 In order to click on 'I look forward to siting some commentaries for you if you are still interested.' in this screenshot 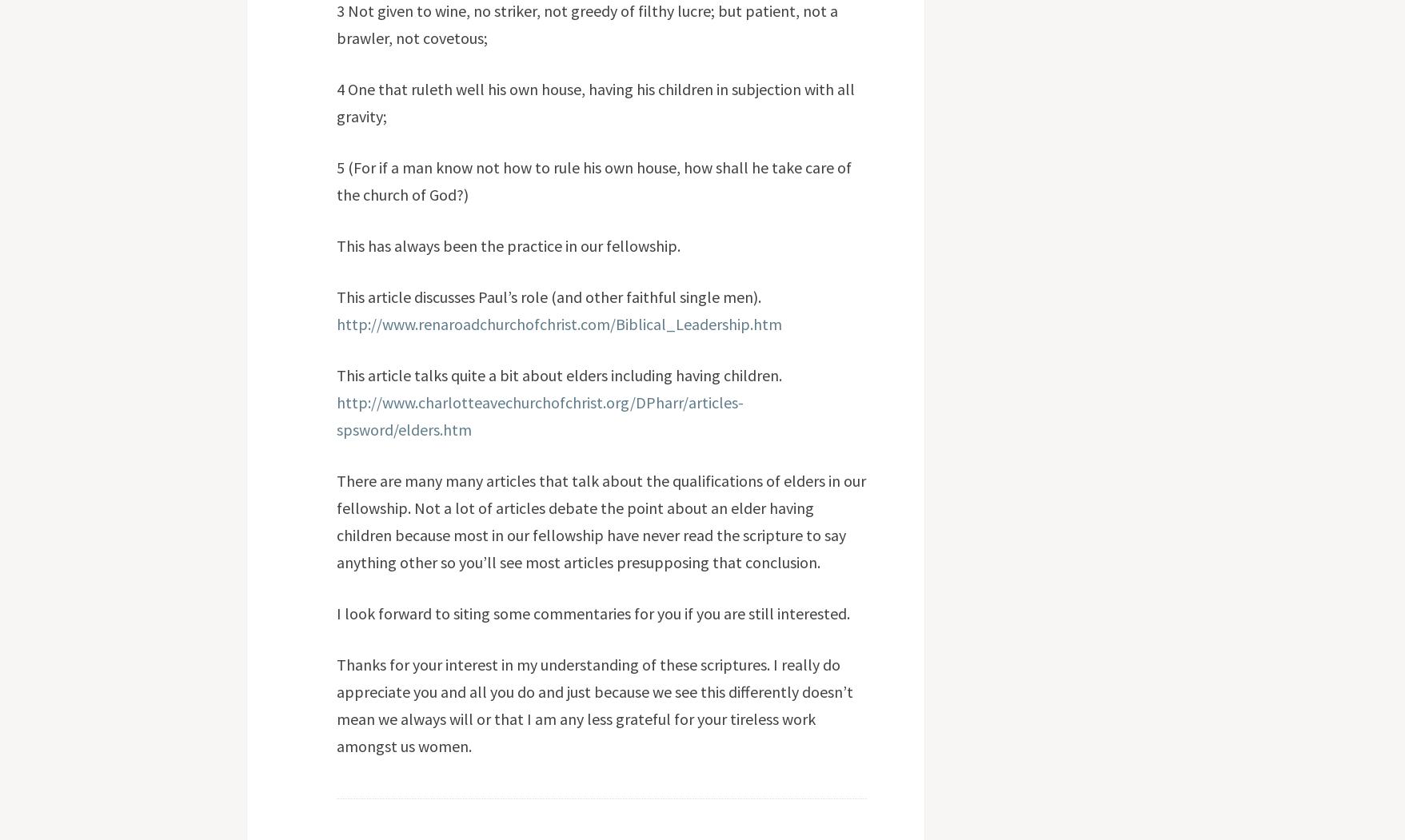, I will do `click(591, 612)`.